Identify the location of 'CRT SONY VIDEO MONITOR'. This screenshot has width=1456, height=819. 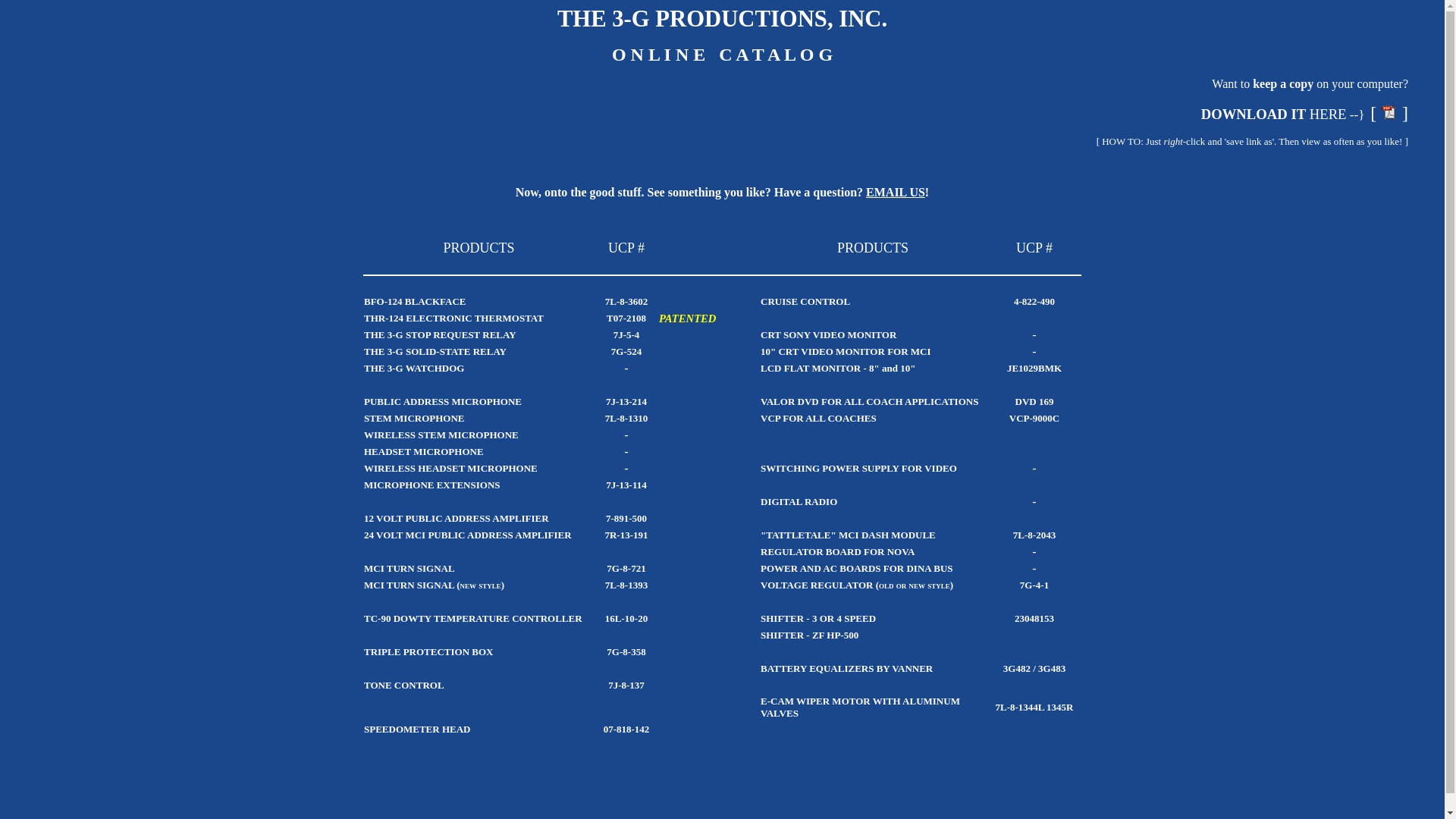
(827, 333).